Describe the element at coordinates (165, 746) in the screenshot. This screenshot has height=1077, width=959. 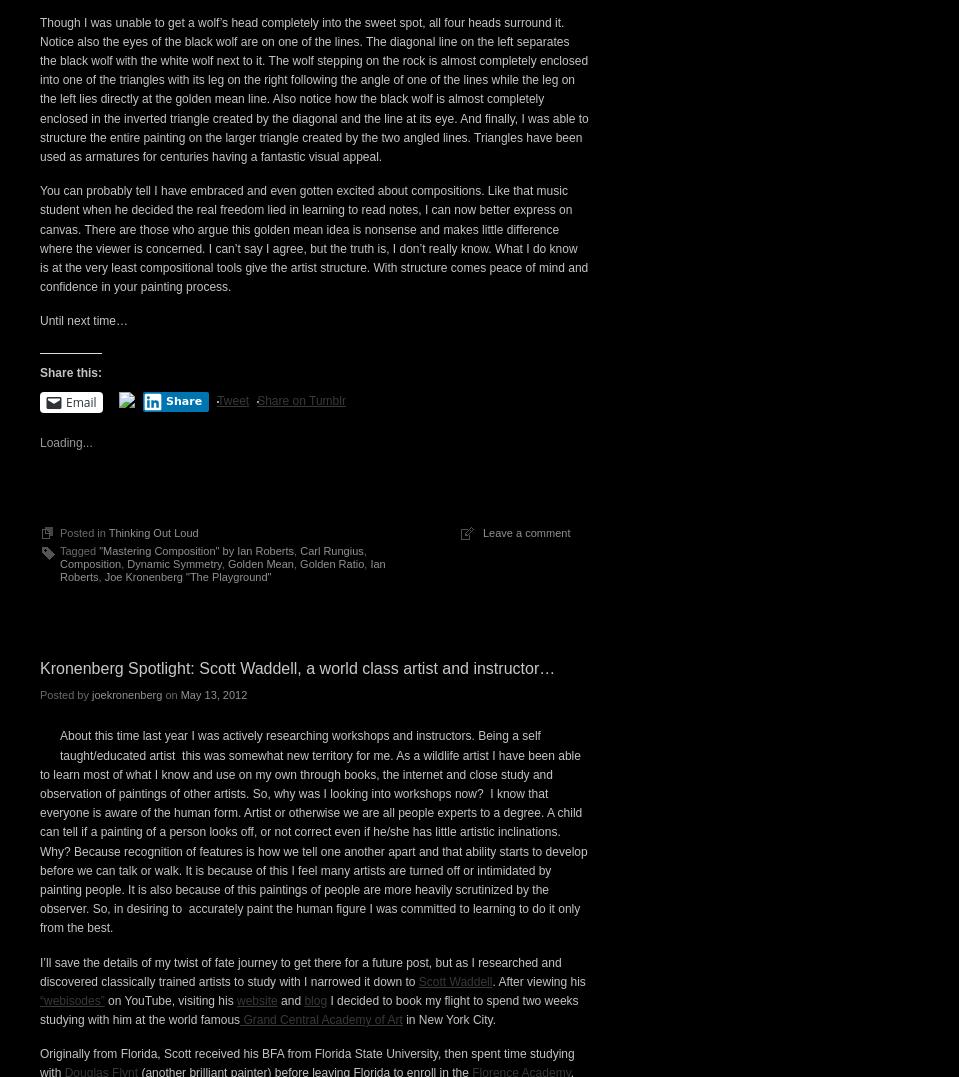
I see `'Share'` at that location.